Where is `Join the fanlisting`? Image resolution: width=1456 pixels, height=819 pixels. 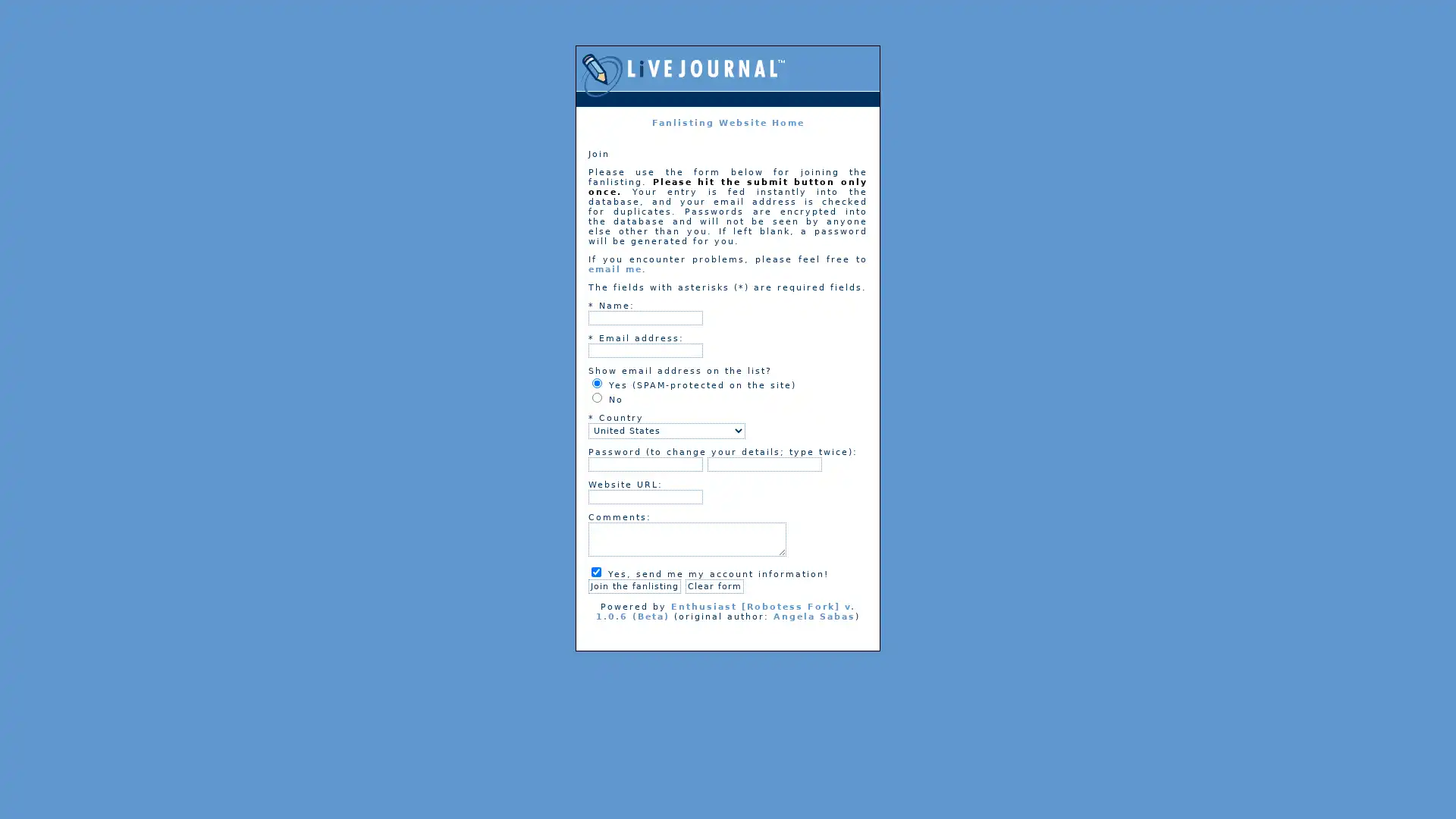
Join the fanlisting is located at coordinates (634, 585).